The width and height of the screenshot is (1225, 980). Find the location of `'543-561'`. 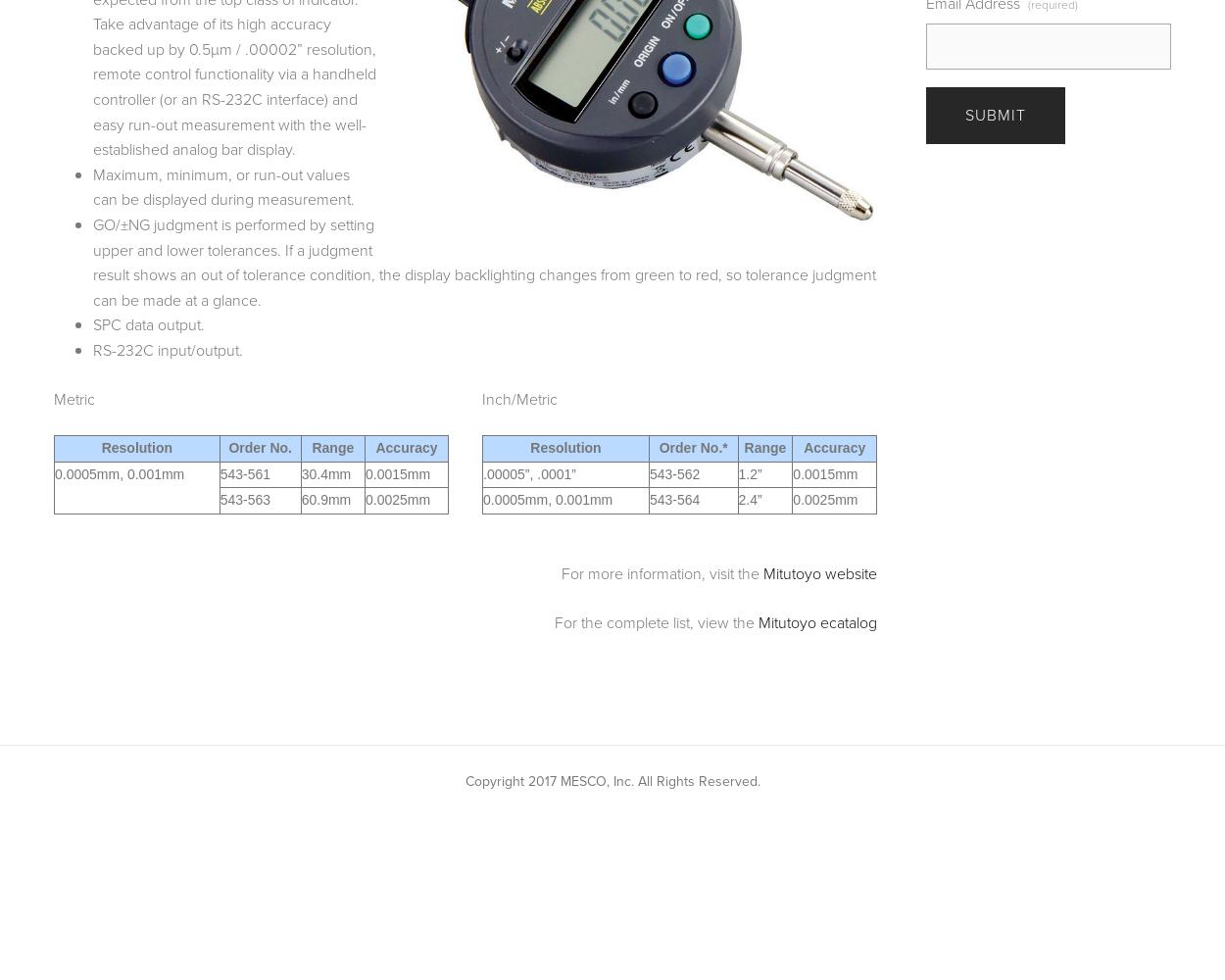

'543-561' is located at coordinates (245, 472).